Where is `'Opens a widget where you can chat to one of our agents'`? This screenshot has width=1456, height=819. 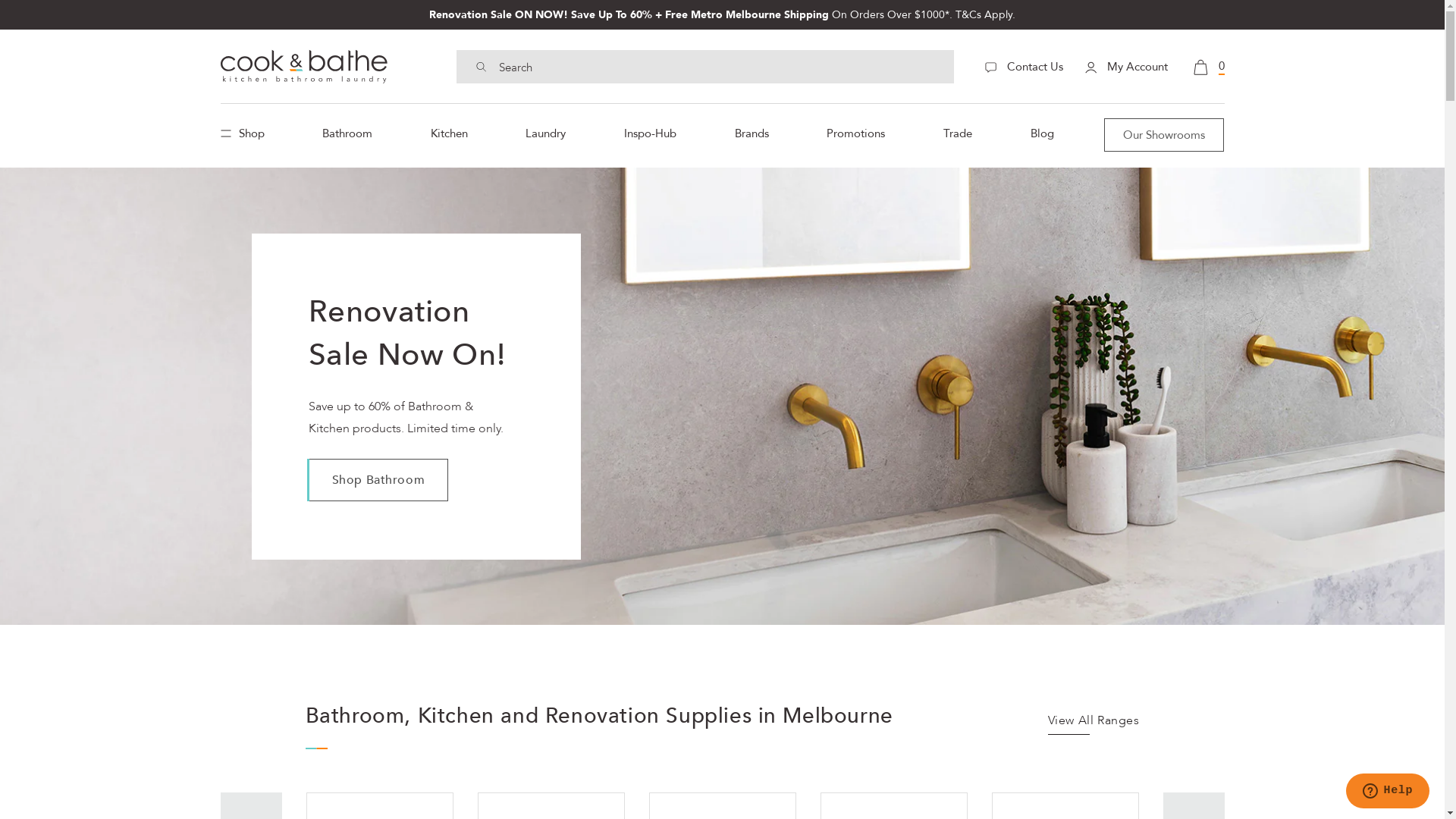
'Opens a widget where you can chat to one of our agents' is located at coordinates (1387, 792).